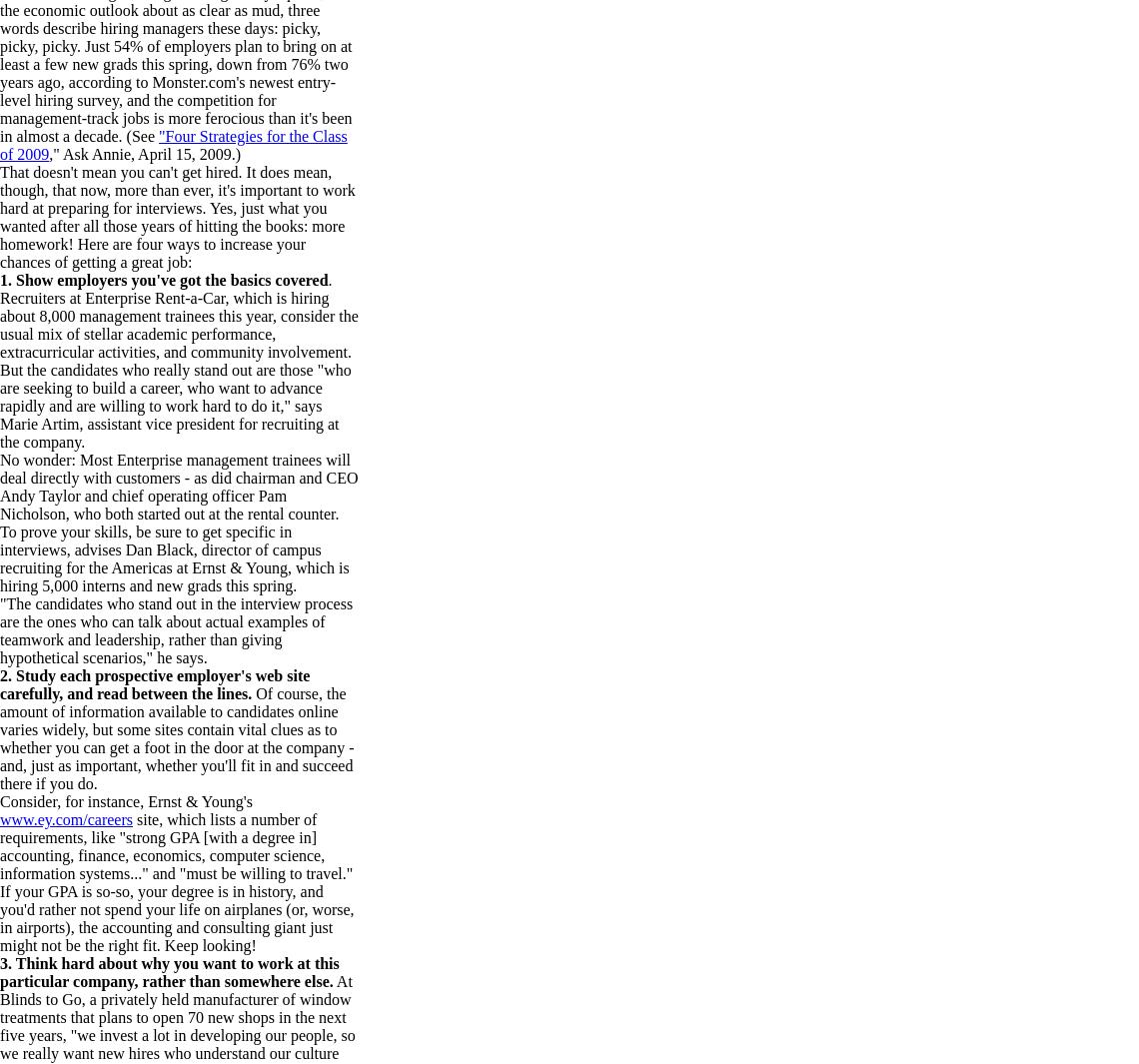 The height and width of the screenshot is (1064, 1139). Describe the element at coordinates (124, 801) in the screenshot. I see `'Consider, for instance, Ernst & Young's'` at that location.